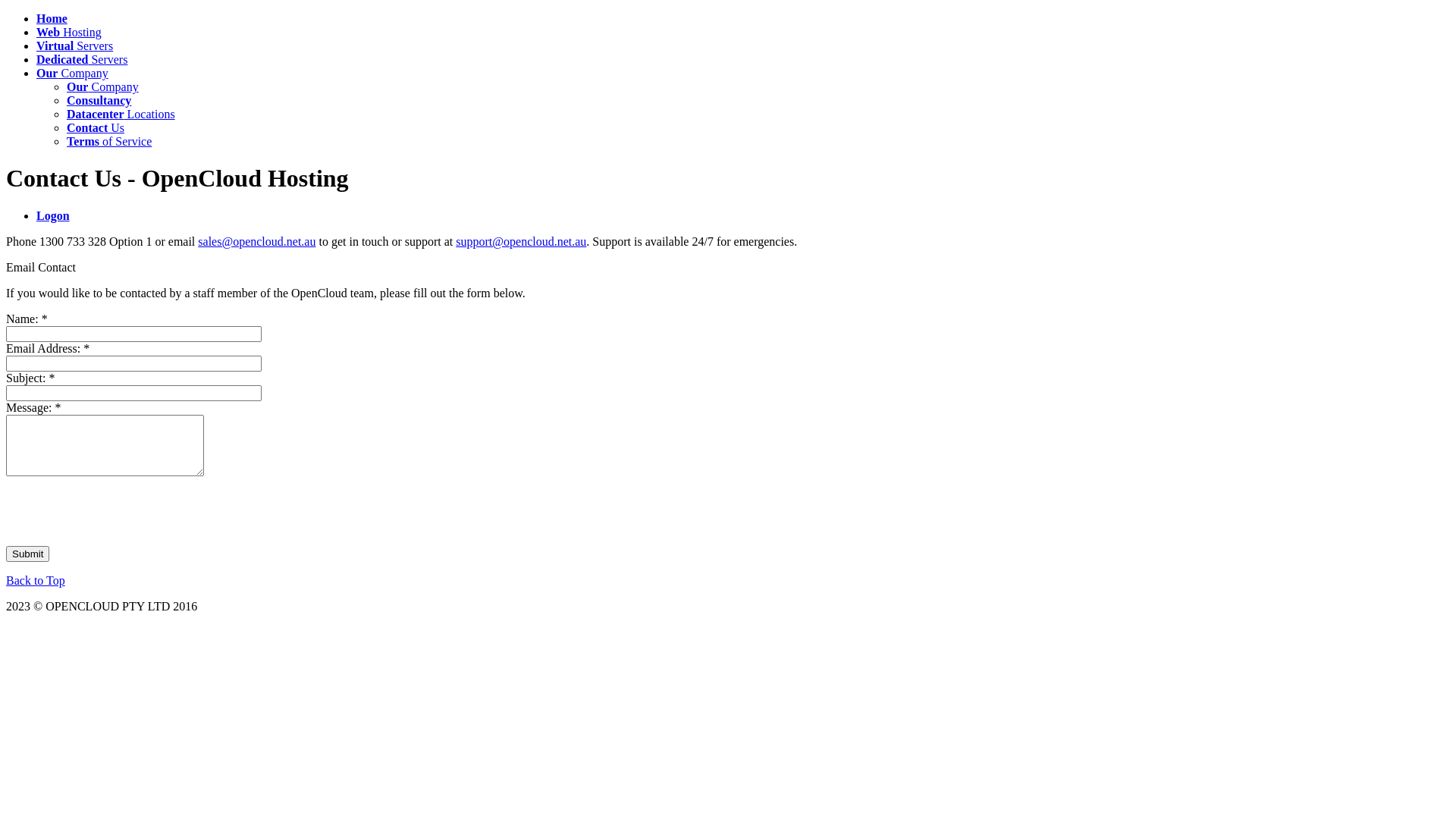 Image resolution: width=1456 pixels, height=819 pixels. Describe the element at coordinates (256, 240) in the screenshot. I see `'sales@opencloud.net.au'` at that location.